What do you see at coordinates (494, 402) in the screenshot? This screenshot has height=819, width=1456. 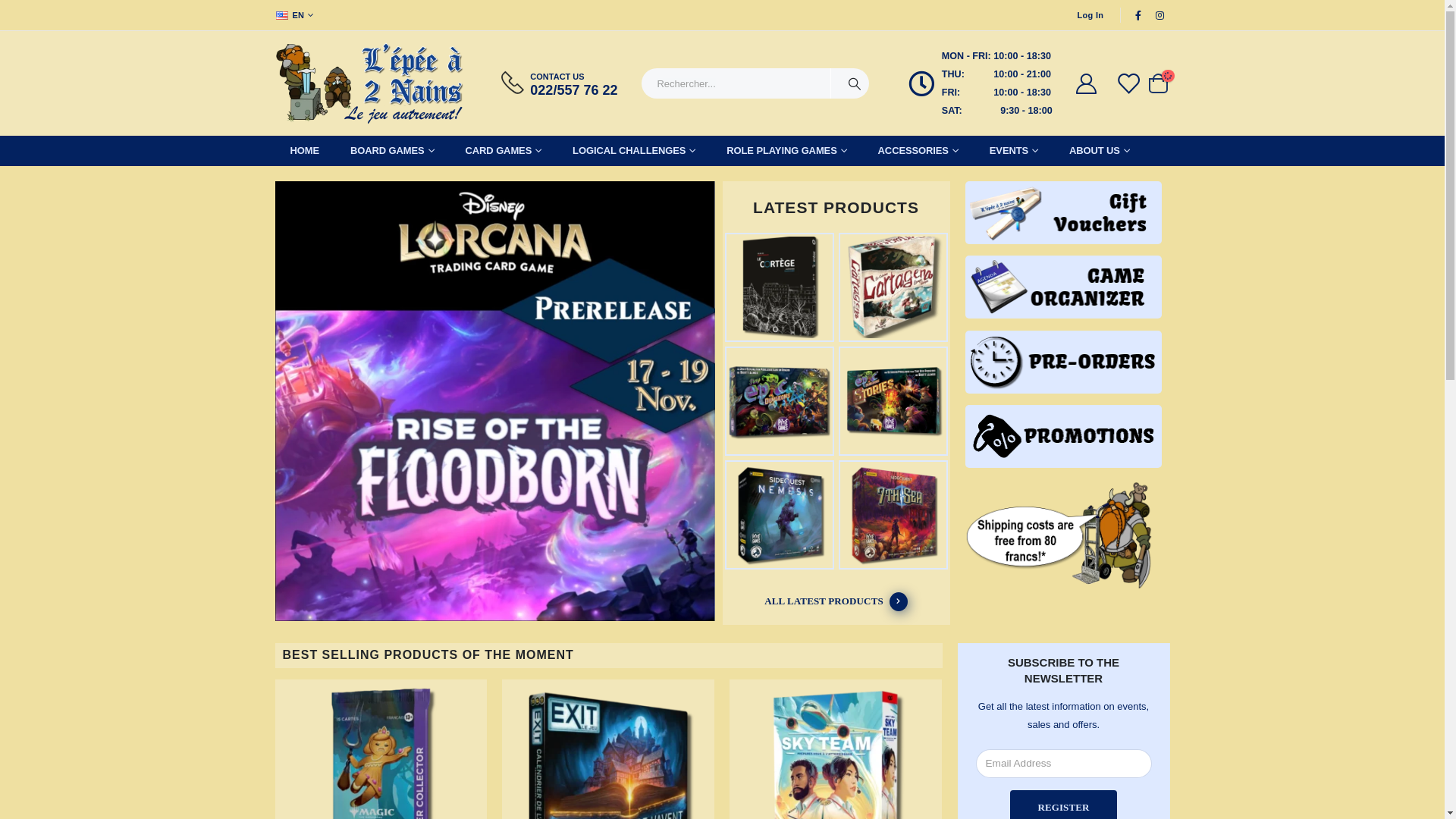 I see `'Lorcana Pre-release'` at bounding box center [494, 402].